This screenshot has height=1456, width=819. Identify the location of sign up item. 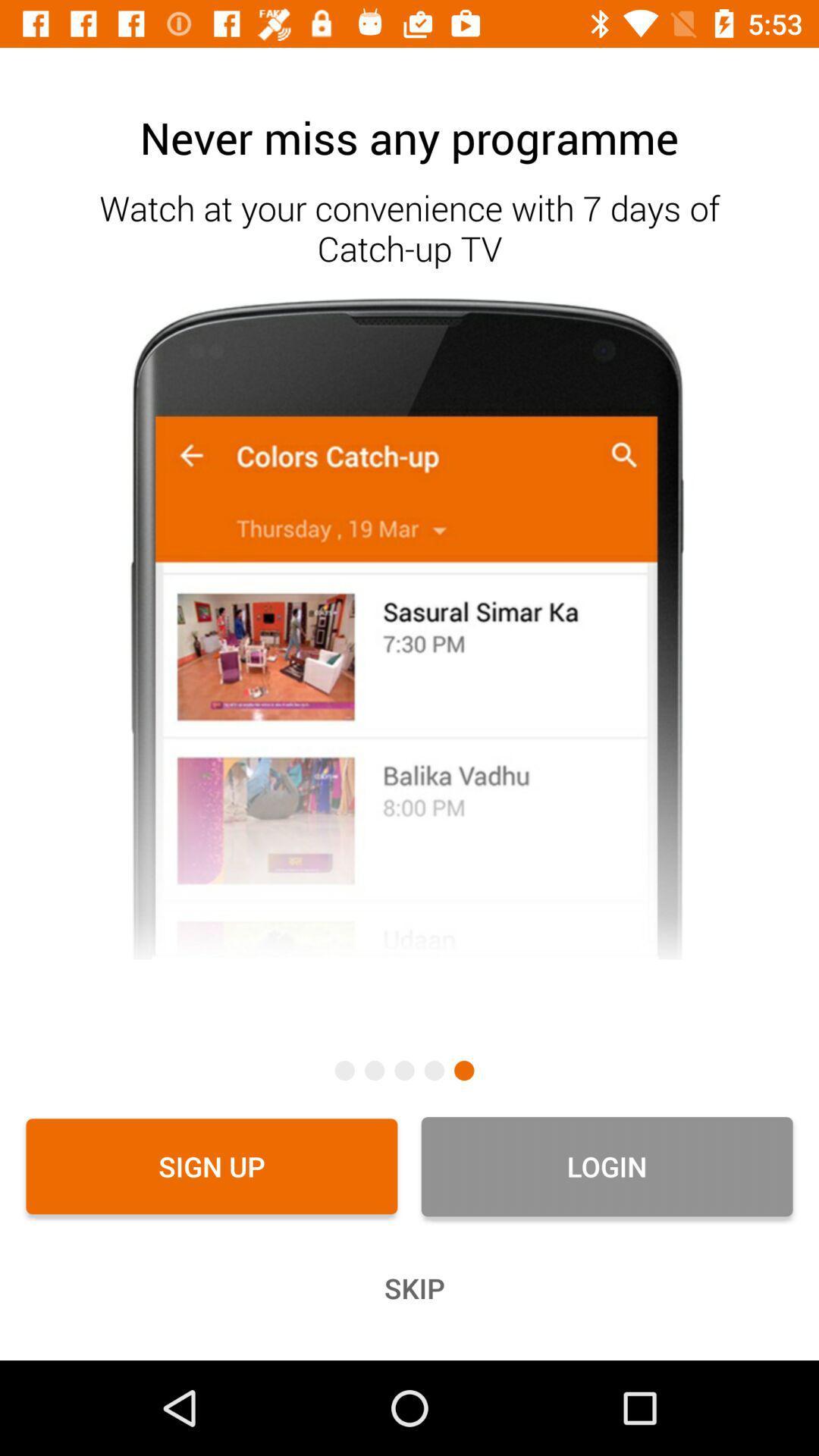
(212, 1166).